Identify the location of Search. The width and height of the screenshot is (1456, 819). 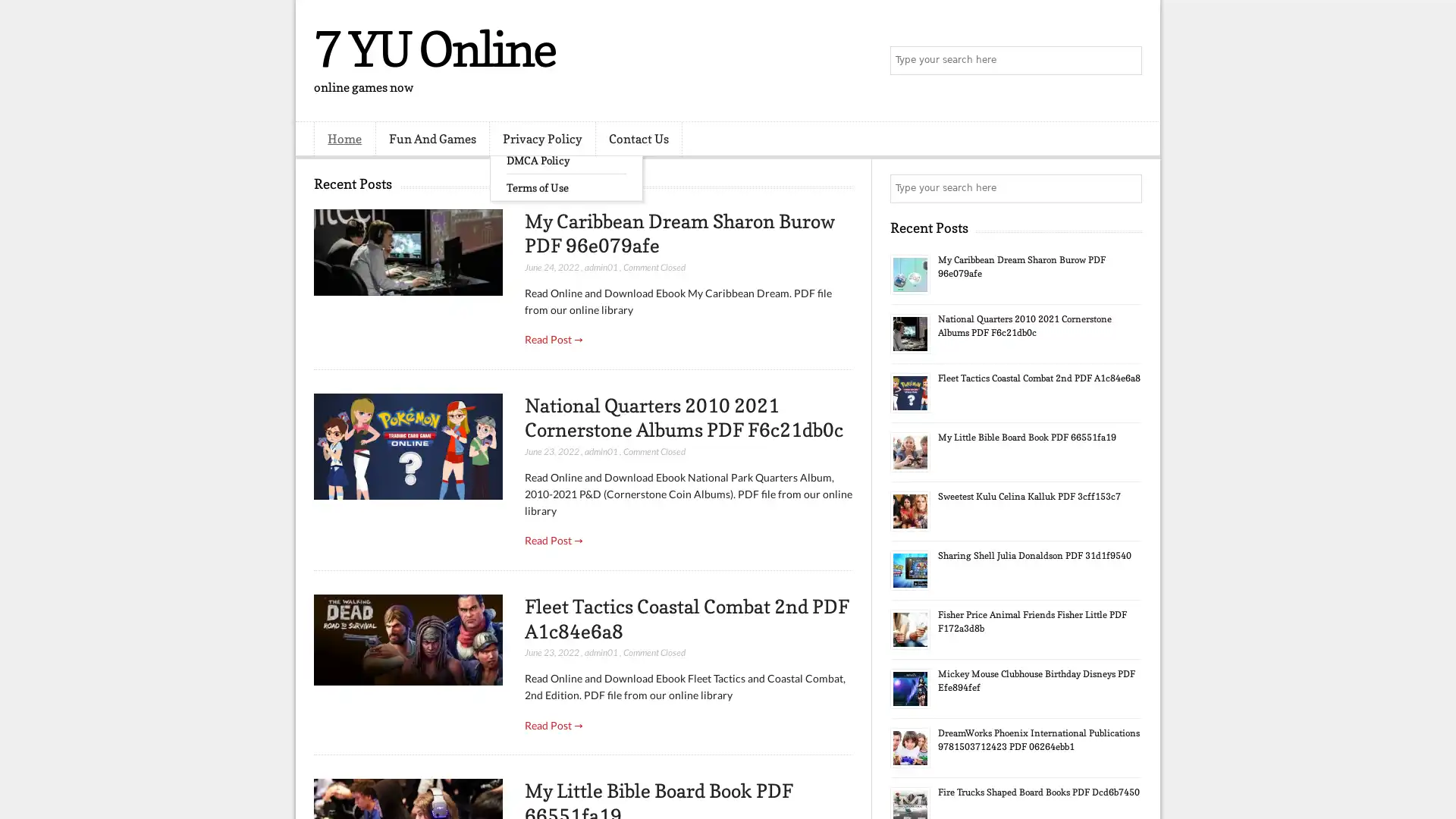
(1126, 61).